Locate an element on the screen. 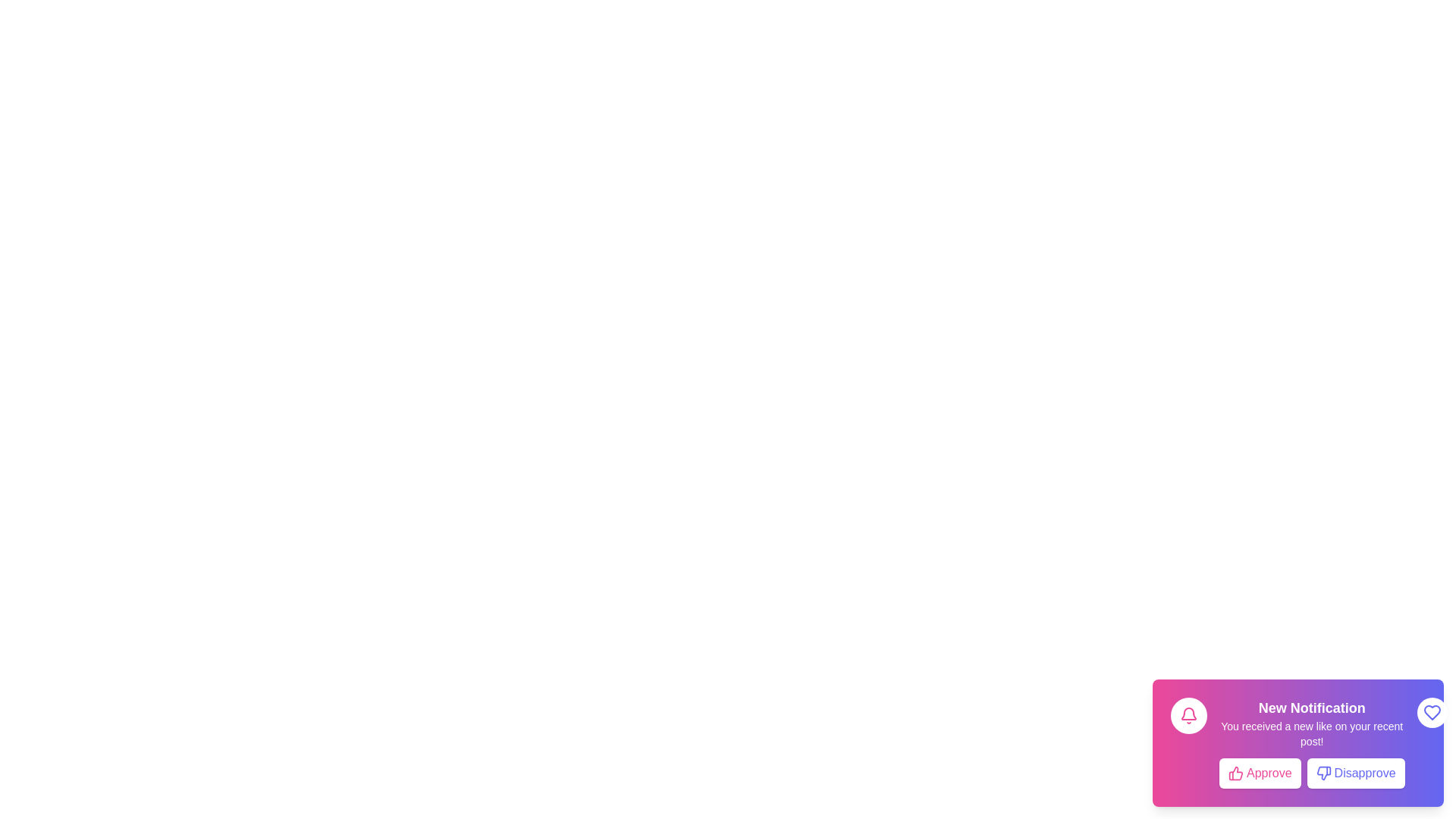 The image size is (1456, 819). the 'Disapprove' button to disapprove the notification is located at coordinates (1356, 773).